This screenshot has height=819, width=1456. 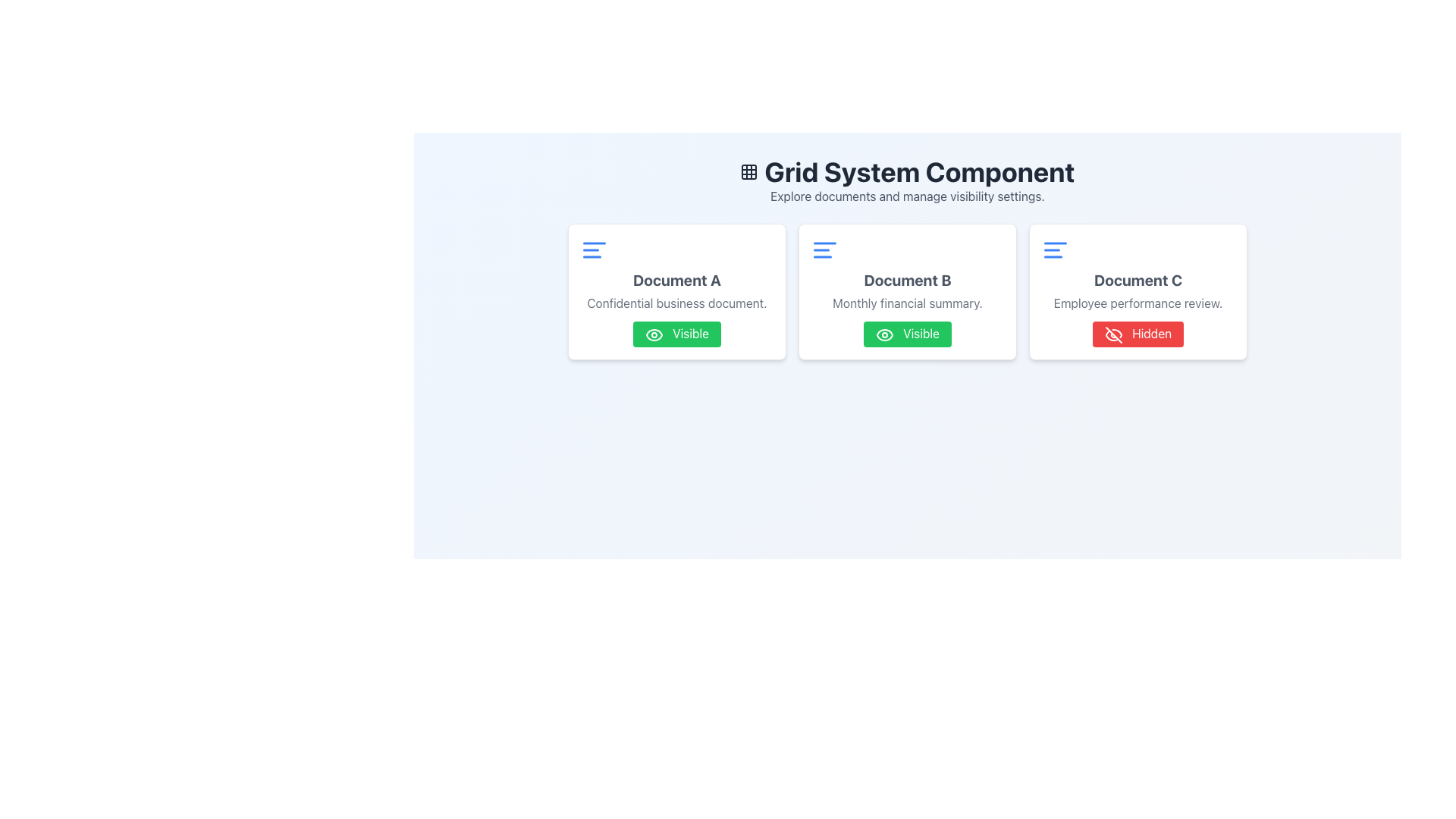 I want to click on the rectangular card labeled 'Document C' that features a white background, a heading in bold gray text, a description in lighter gray text, and a red button labeled 'Hidden' with a disabled eye icon, located on the far right of the grid layout, so click(x=1138, y=291).